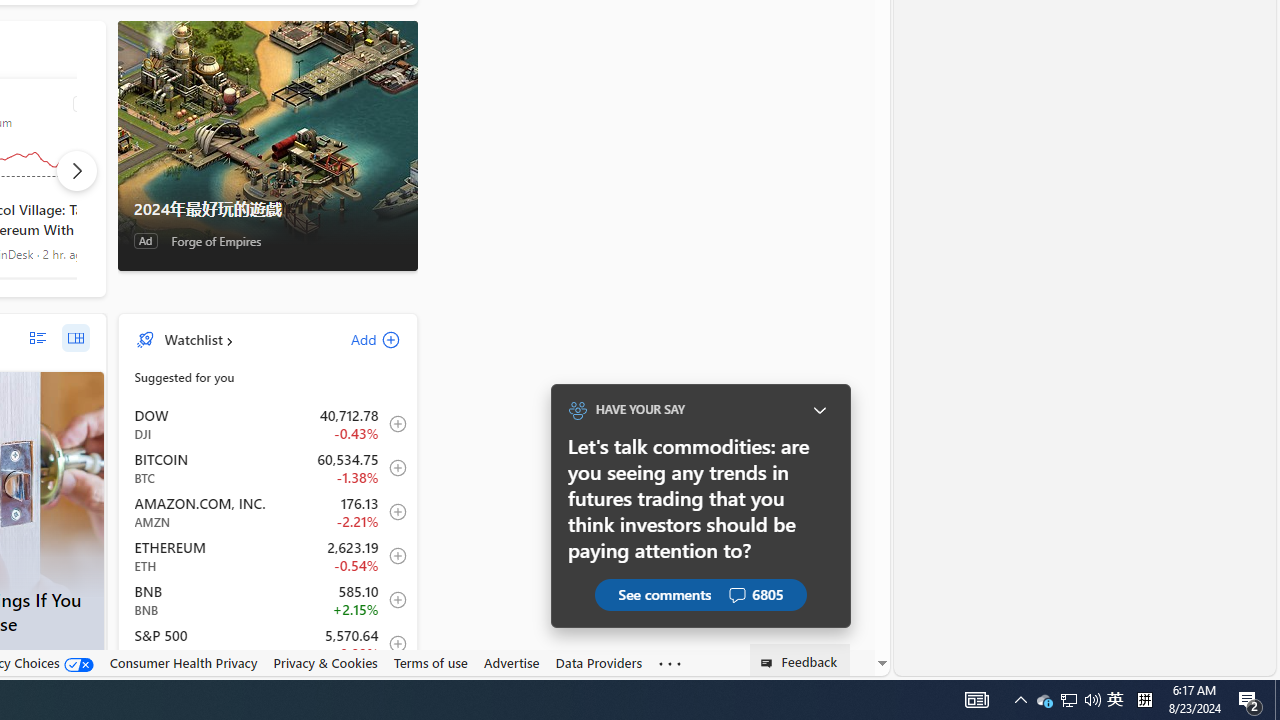 This screenshot has width=1280, height=720. What do you see at coordinates (769, 663) in the screenshot?
I see `'Class: feedback_link_icon-DS-EntryPoint1-1'` at bounding box center [769, 663].